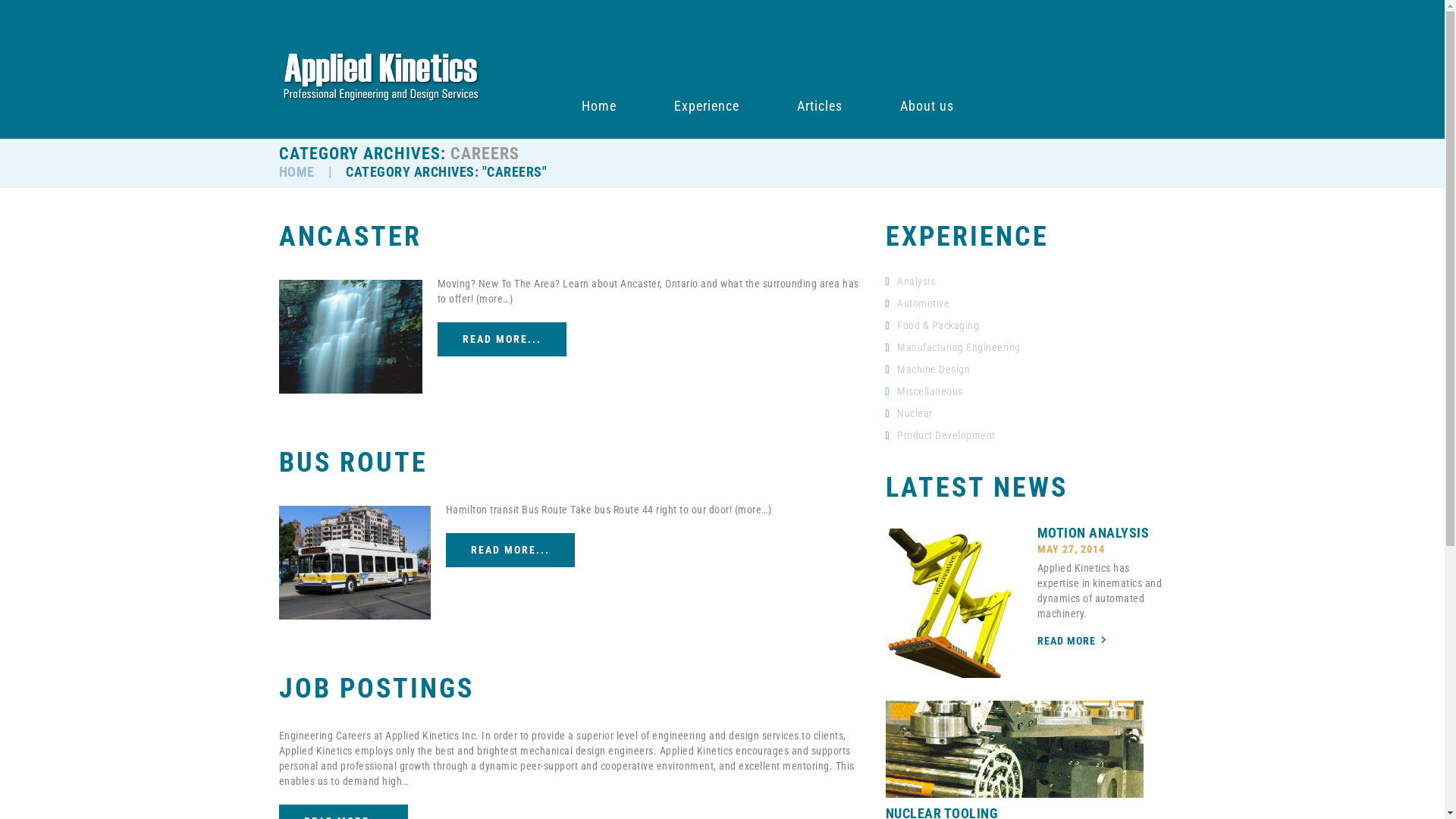 This screenshot has height=819, width=1456. I want to click on 'Motion Analysis', so click(949, 602).